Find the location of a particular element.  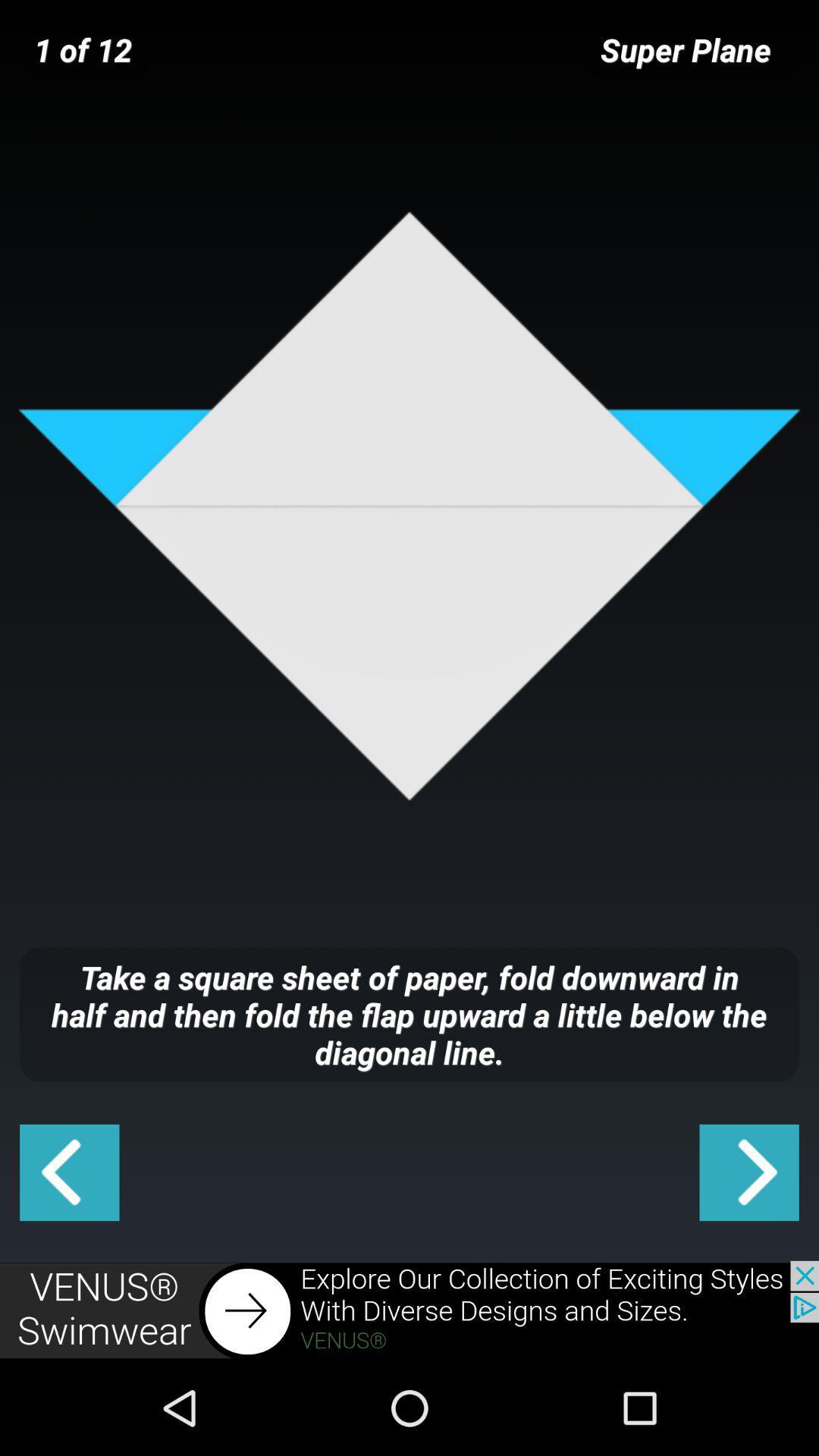

next button is located at coordinates (748, 1172).